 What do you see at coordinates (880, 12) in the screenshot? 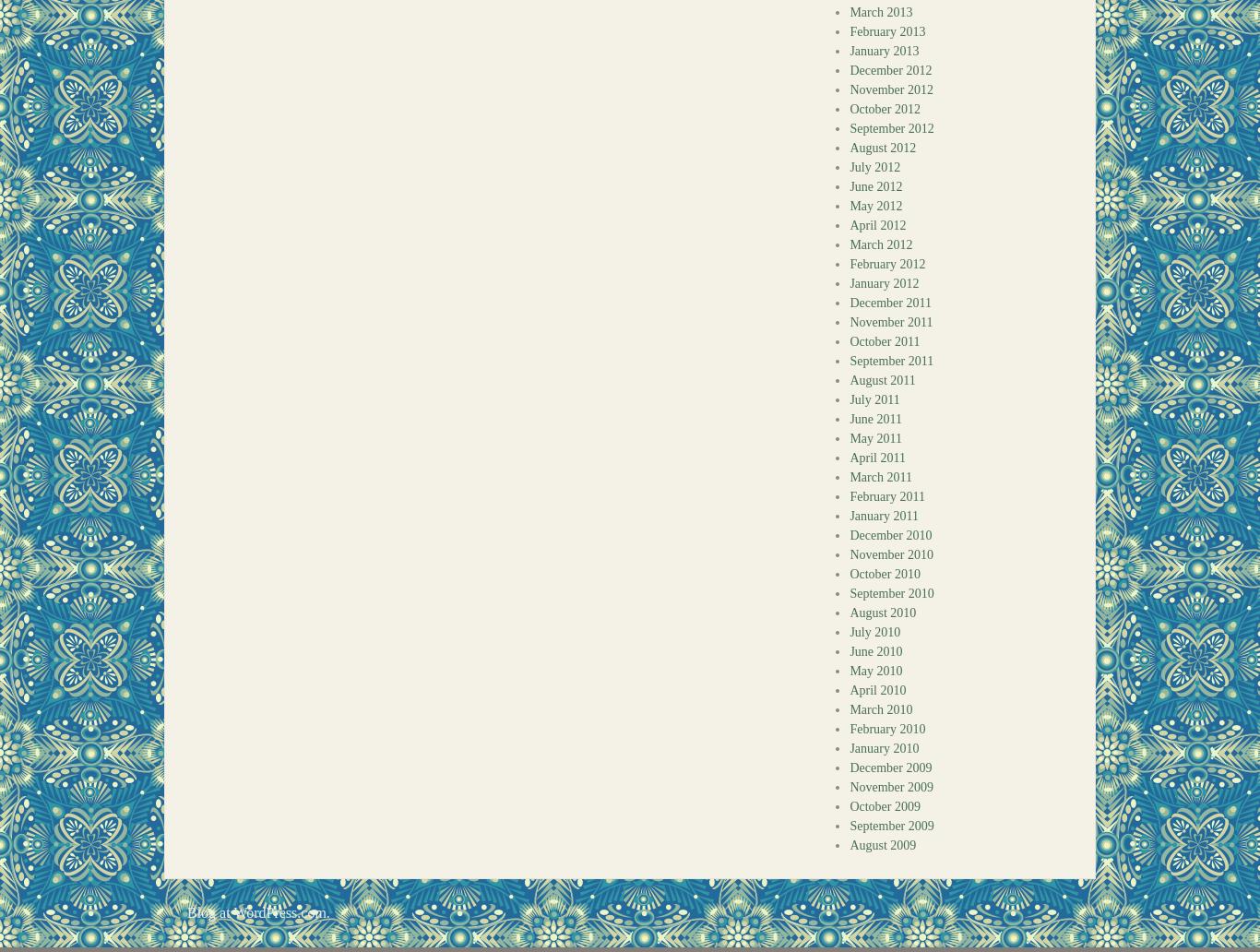
I see `'March 2013'` at bounding box center [880, 12].